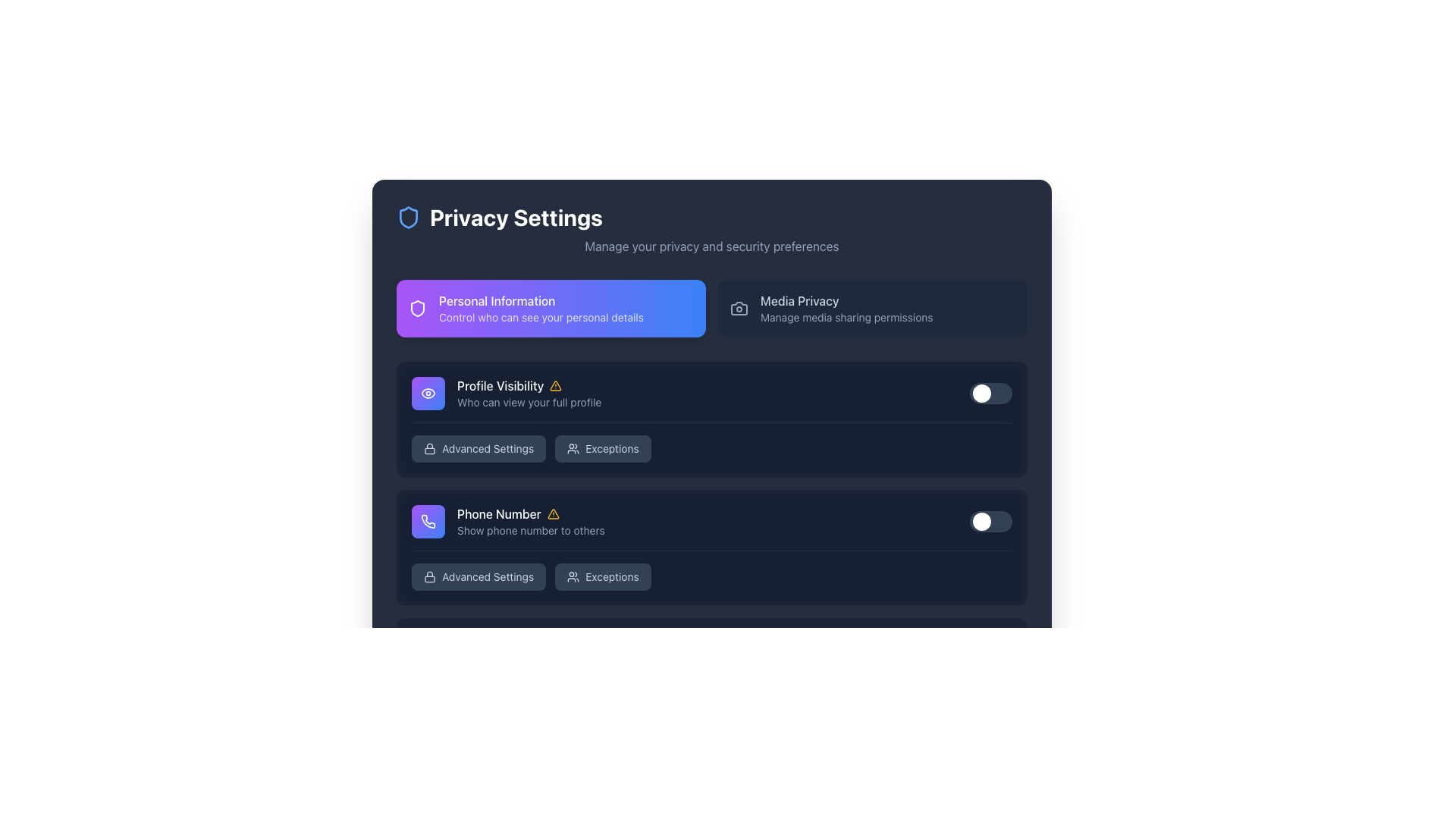  Describe the element at coordinates (711, 419) in the screenshot. I see `the toggle switch in the 'Profile Visibility' settings card` at that location.